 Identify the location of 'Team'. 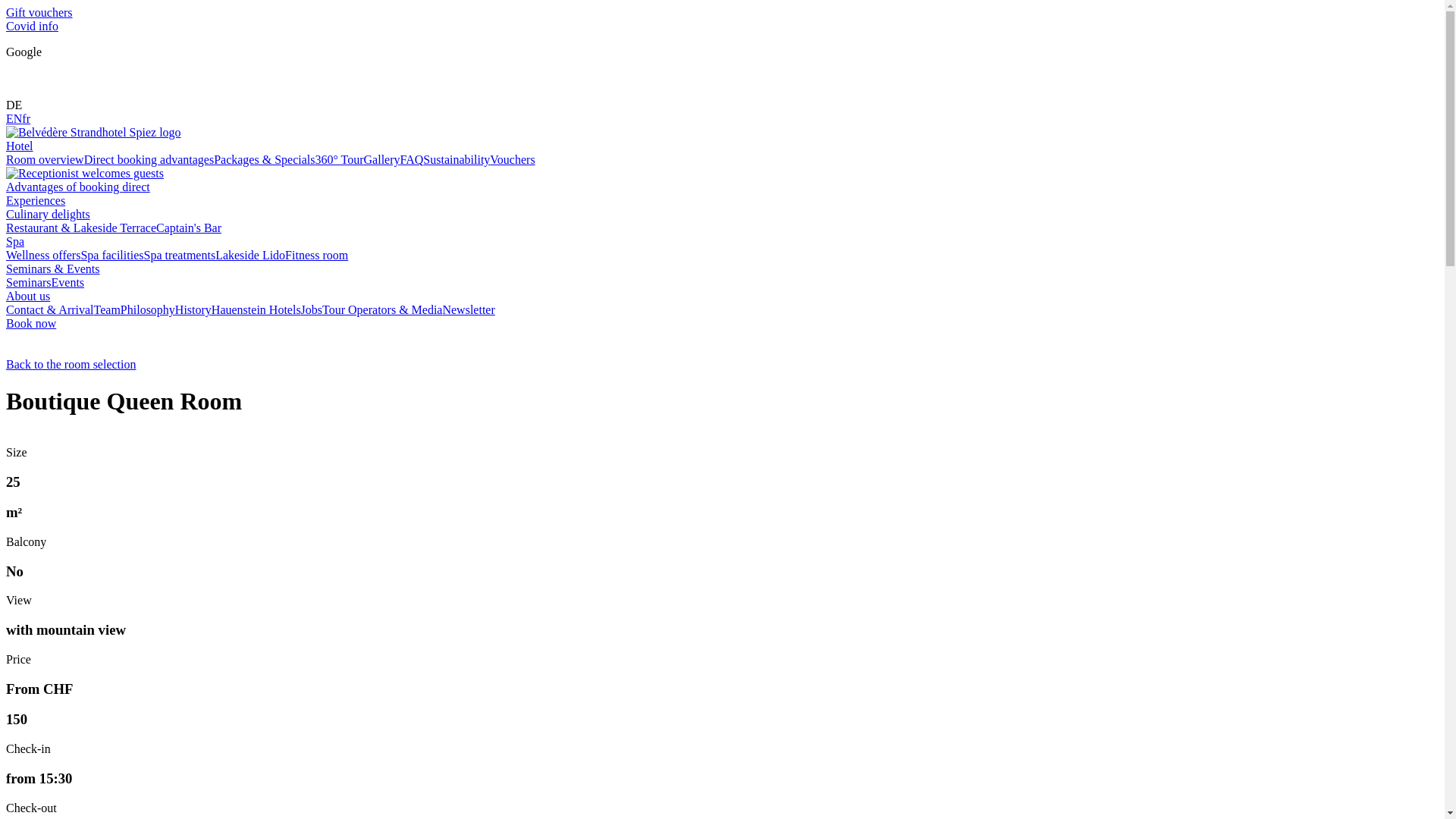
(106, 309).